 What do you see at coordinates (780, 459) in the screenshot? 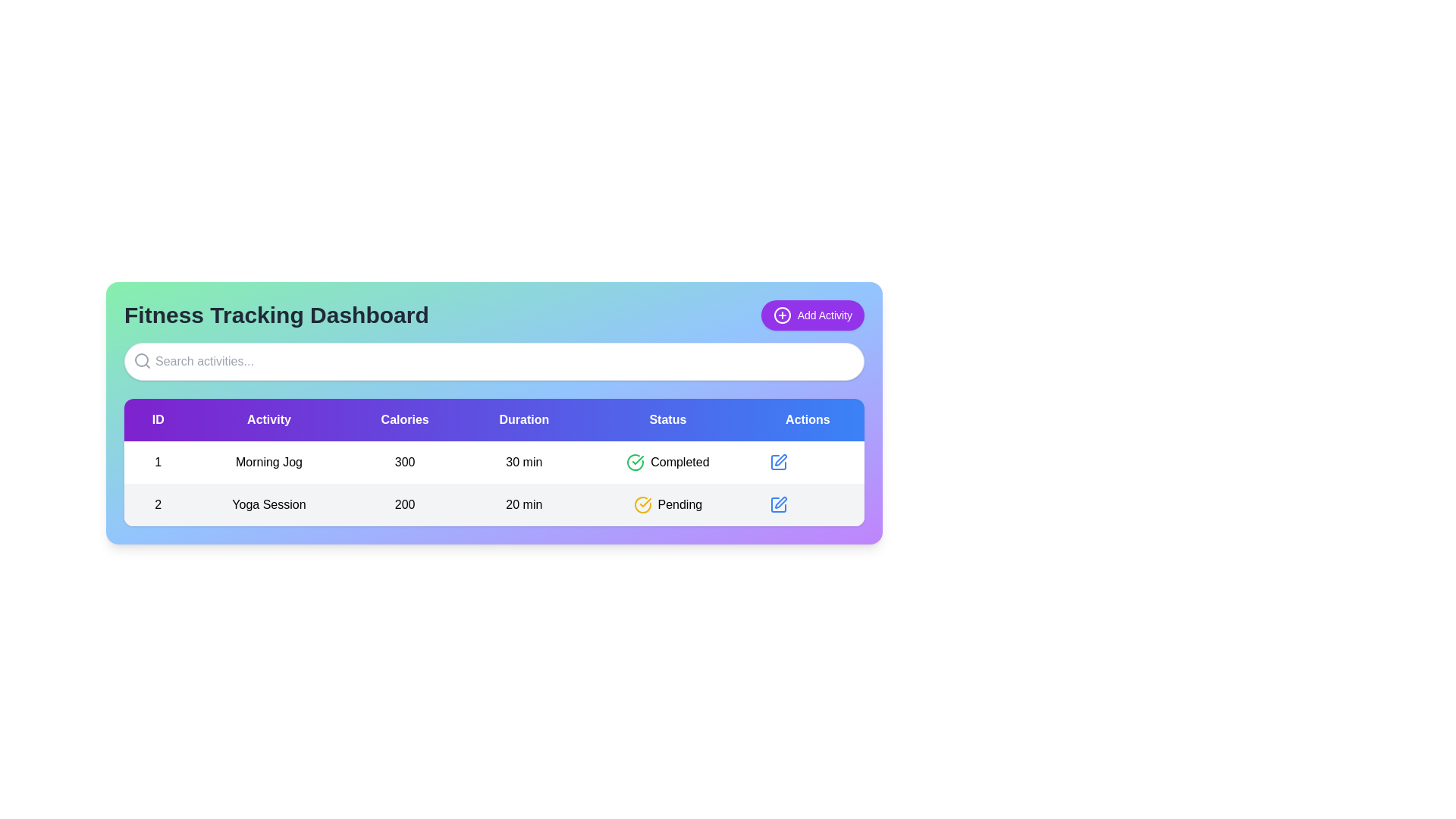
I see `the blue stylized pen icon in the 'Actions' column of the 'Morning Jog' activity to initiate editing` at bounding box center [780, 459].